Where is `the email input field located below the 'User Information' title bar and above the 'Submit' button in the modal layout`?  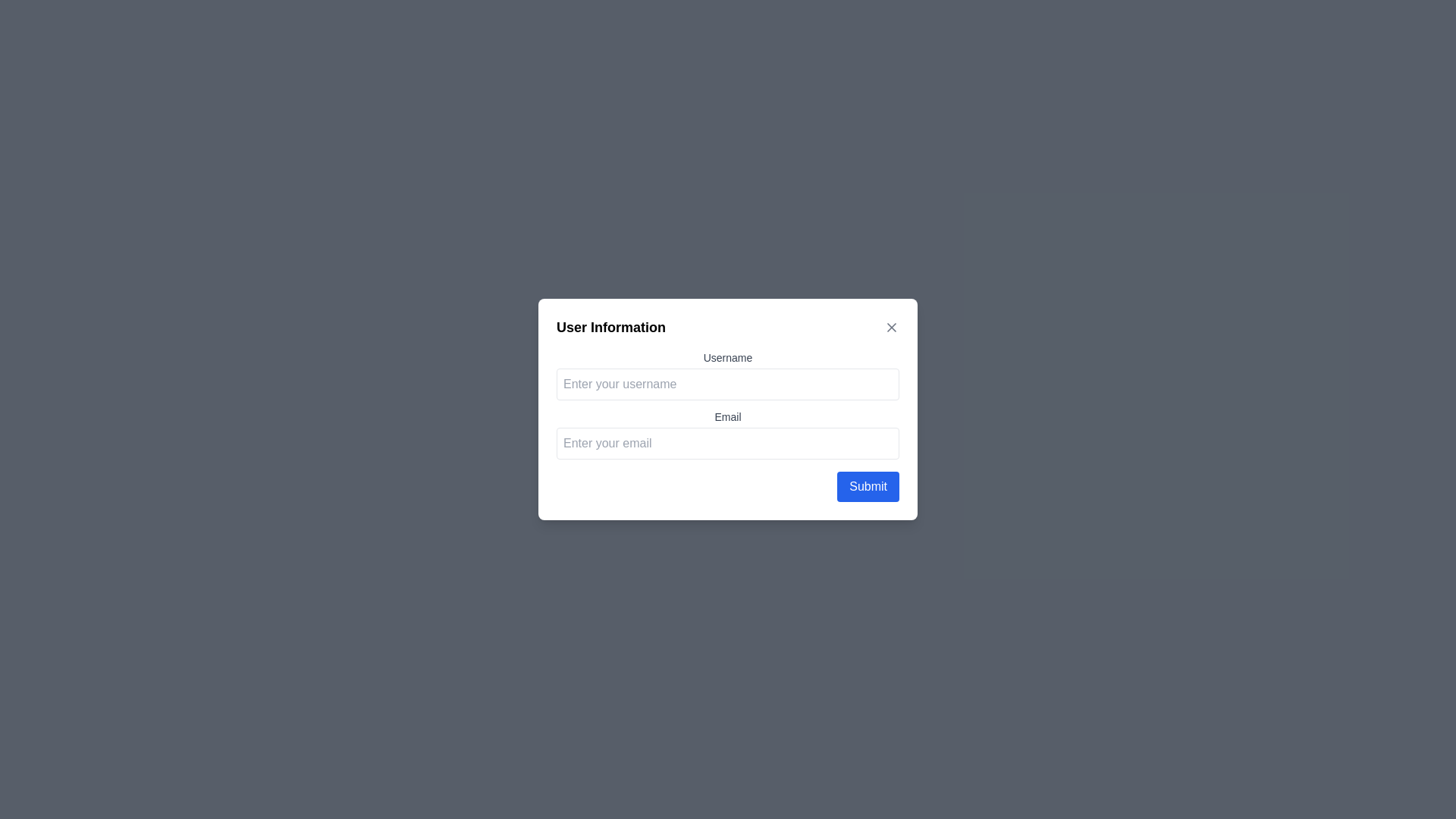
the email input field located below the 'User Information' title bar and above the 'Submit' button in the modal layout is located at coordinates (728, 409).